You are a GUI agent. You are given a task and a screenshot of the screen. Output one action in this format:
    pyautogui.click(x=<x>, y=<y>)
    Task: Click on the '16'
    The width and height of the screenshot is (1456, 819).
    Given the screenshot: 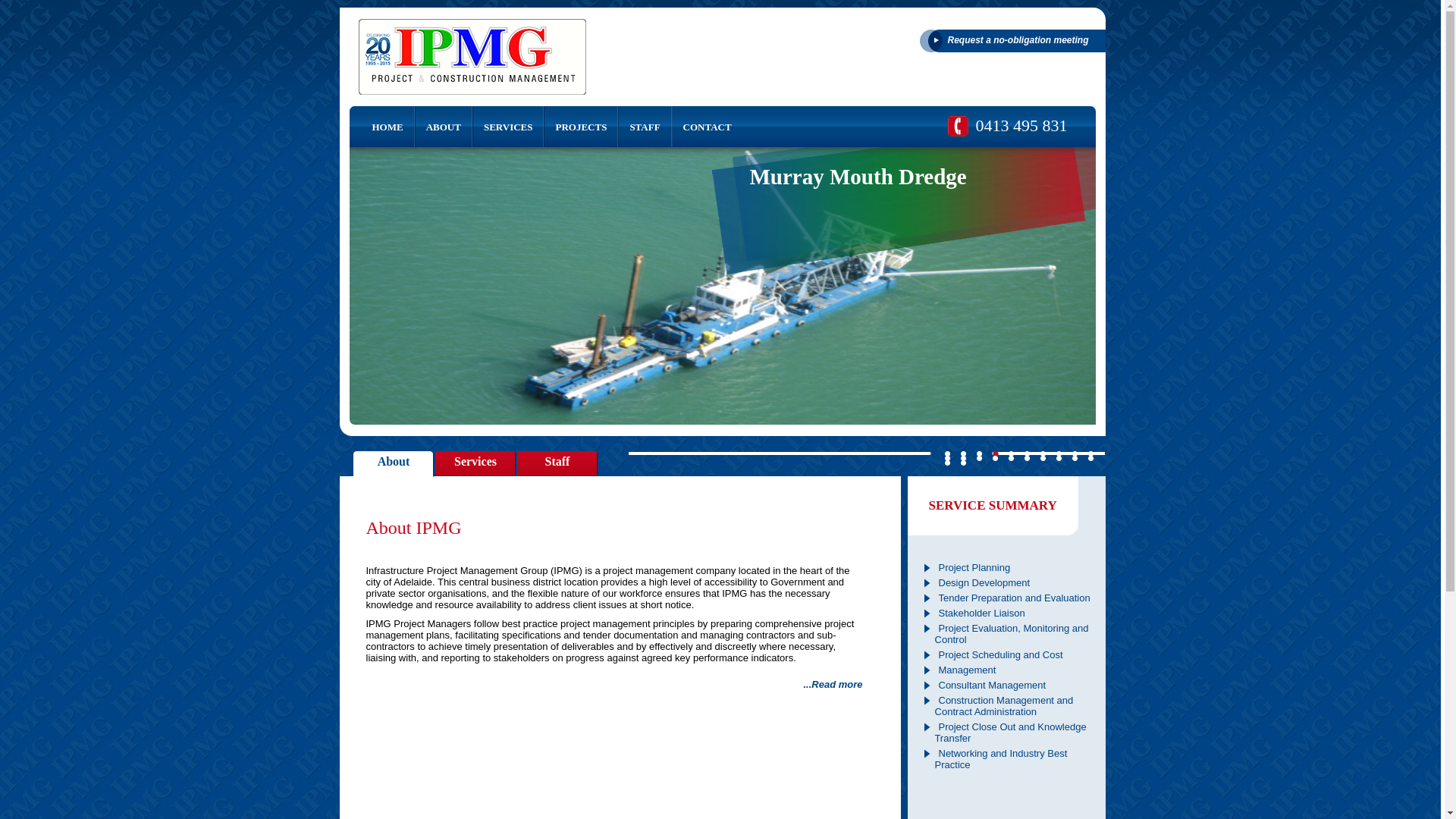 What is the action you would take?
    pyautogui.click(x=1026, y=457)
    